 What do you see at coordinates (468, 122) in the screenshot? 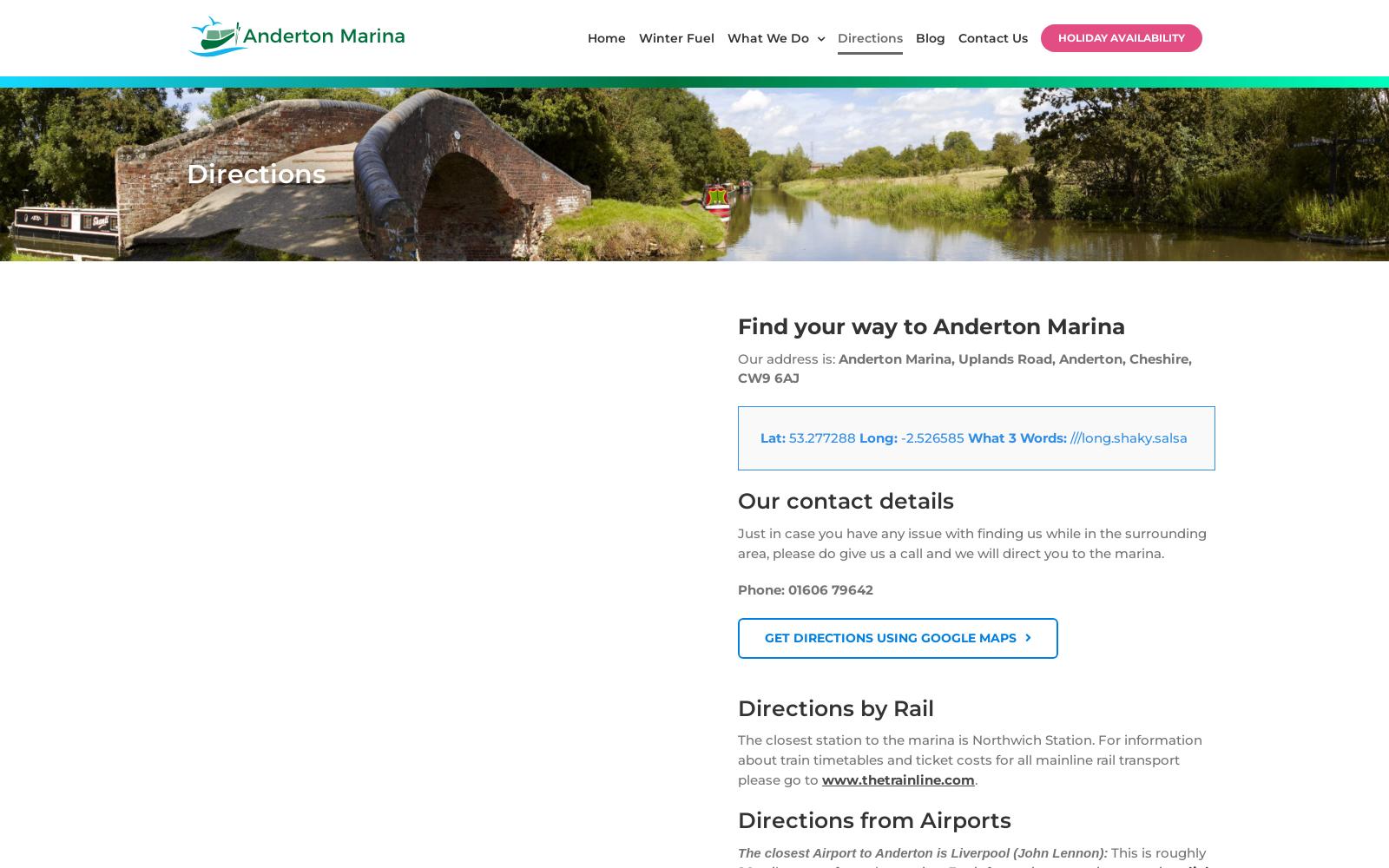
I see `'BOAT SALES'` at bounding box center [468, 122].